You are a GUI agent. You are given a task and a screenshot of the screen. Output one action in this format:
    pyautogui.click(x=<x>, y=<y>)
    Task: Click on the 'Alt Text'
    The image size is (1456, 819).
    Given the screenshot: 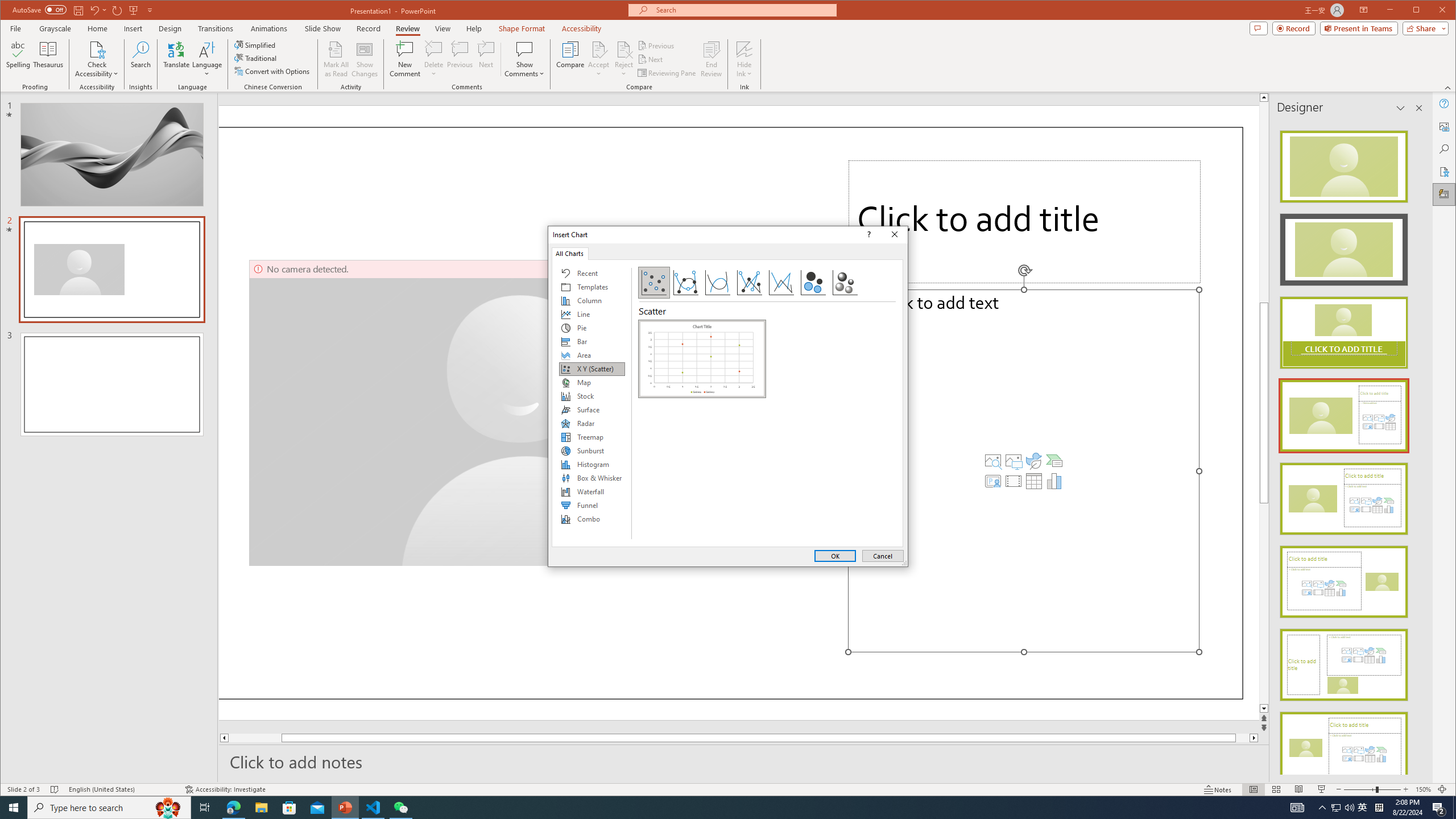 What is the action you would take?
    pyautogui.click(x=1444, y=126)
    